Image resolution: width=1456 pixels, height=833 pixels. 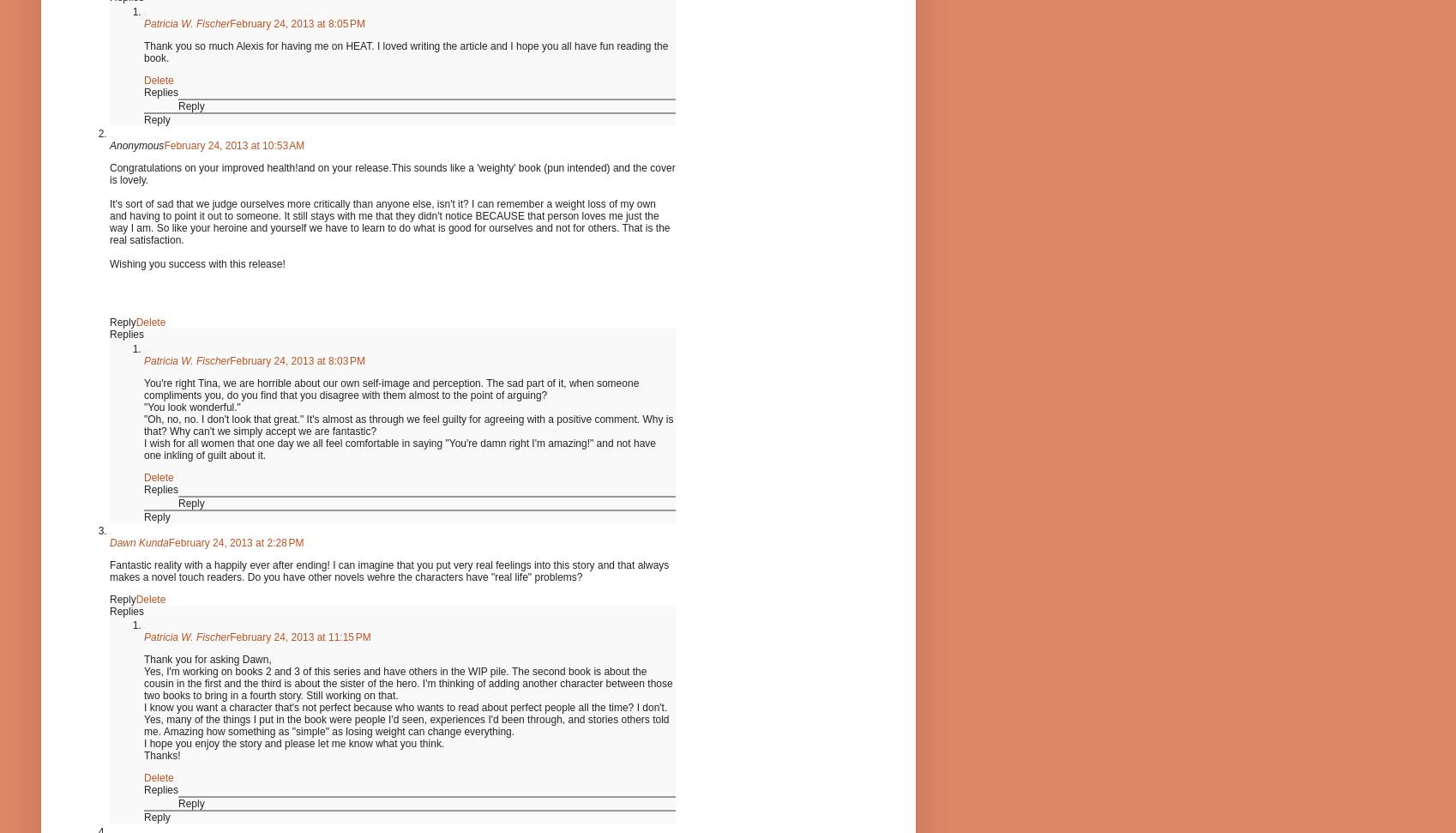 What do you see at coordinates (398, 447) in the screenshot?
I see `'I wish for all women that one day we all feel comfortable in saying "You're damn right I'm amazing!" and not have one inkling of guilt about it.'` at bounding box center [398, 447].